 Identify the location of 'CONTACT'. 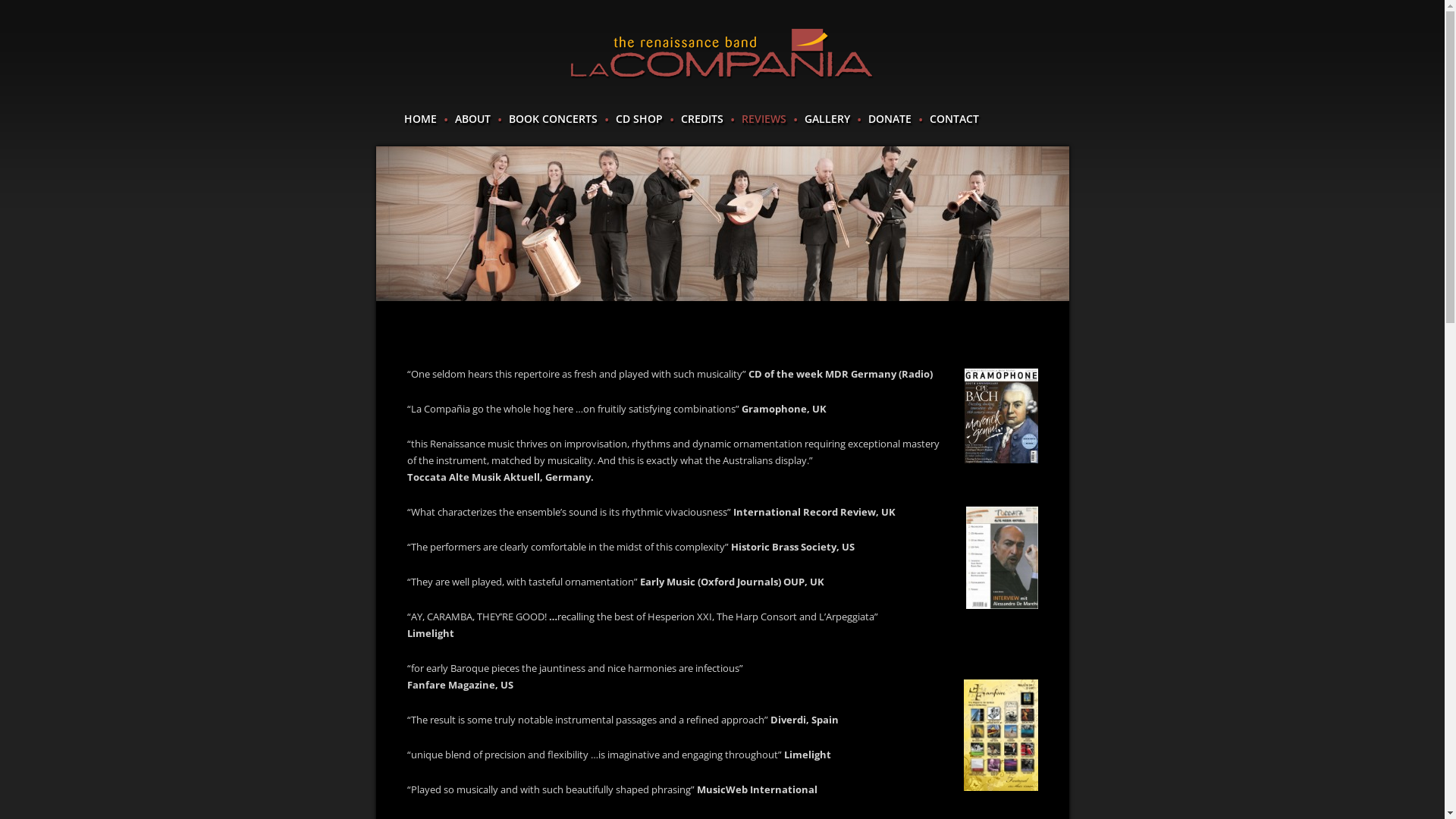
(928, 118).